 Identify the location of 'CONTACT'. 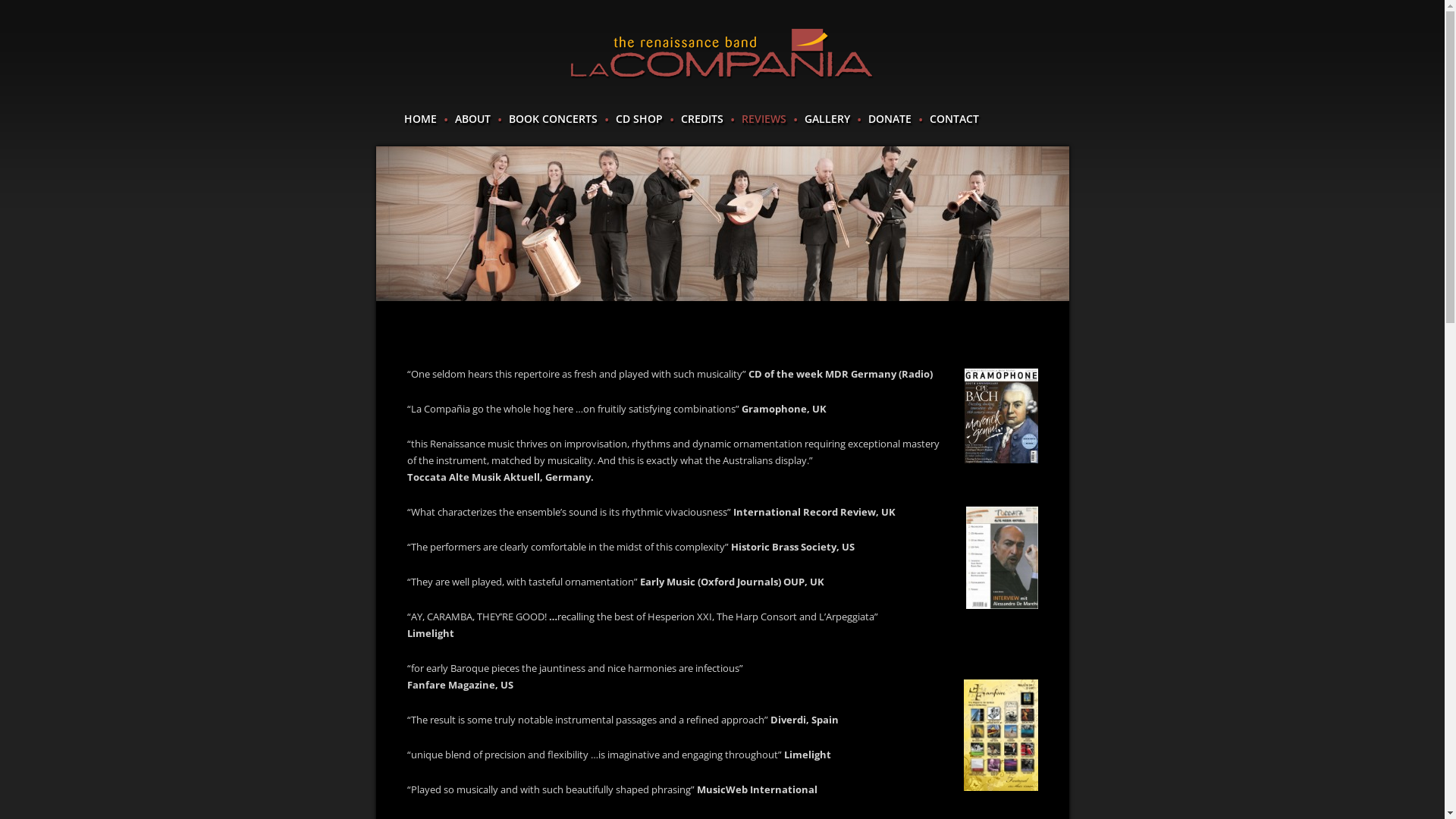
(928, 118).